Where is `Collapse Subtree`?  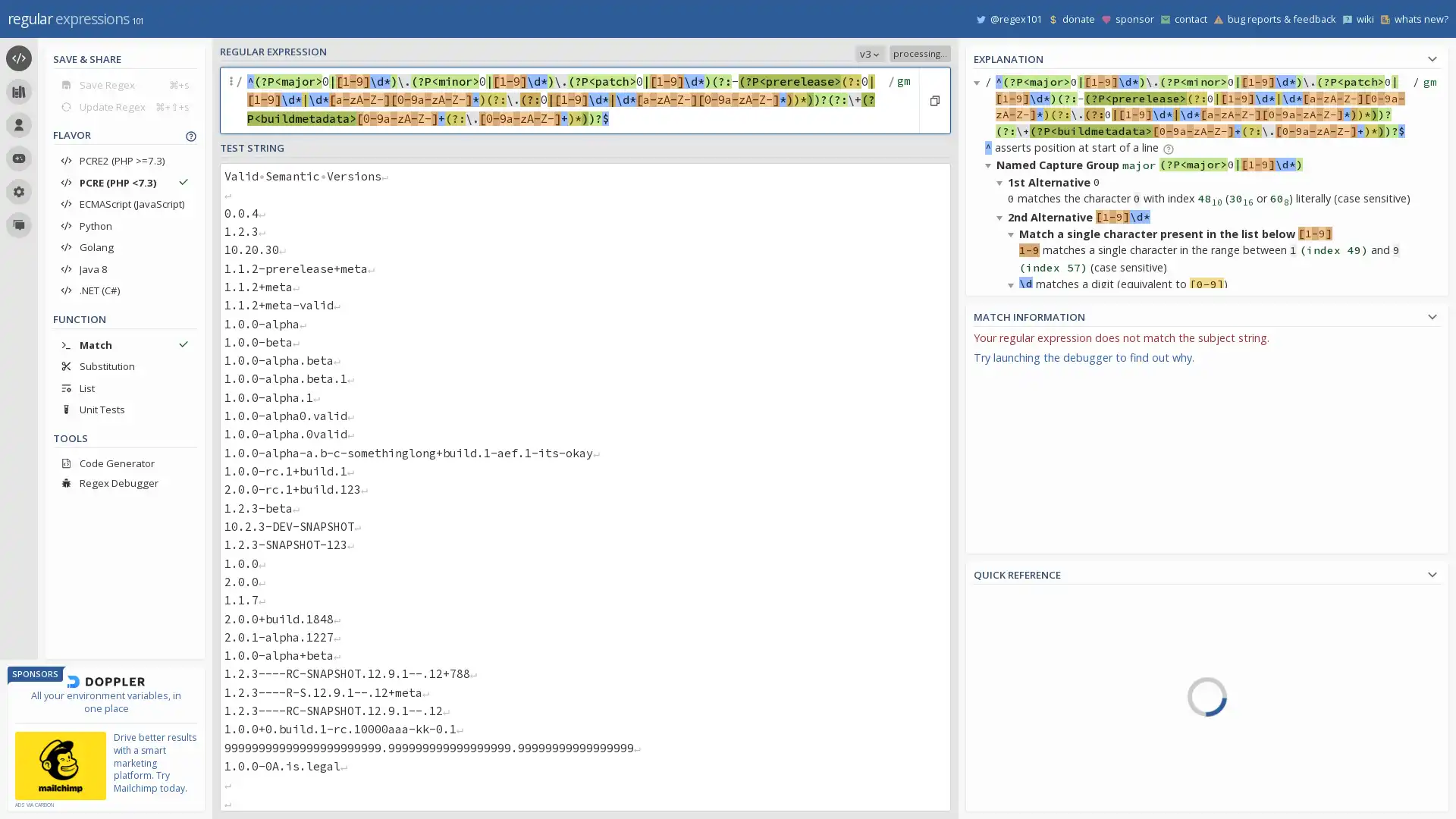
Collapse Subtree is located at coordinates (1002, 595).